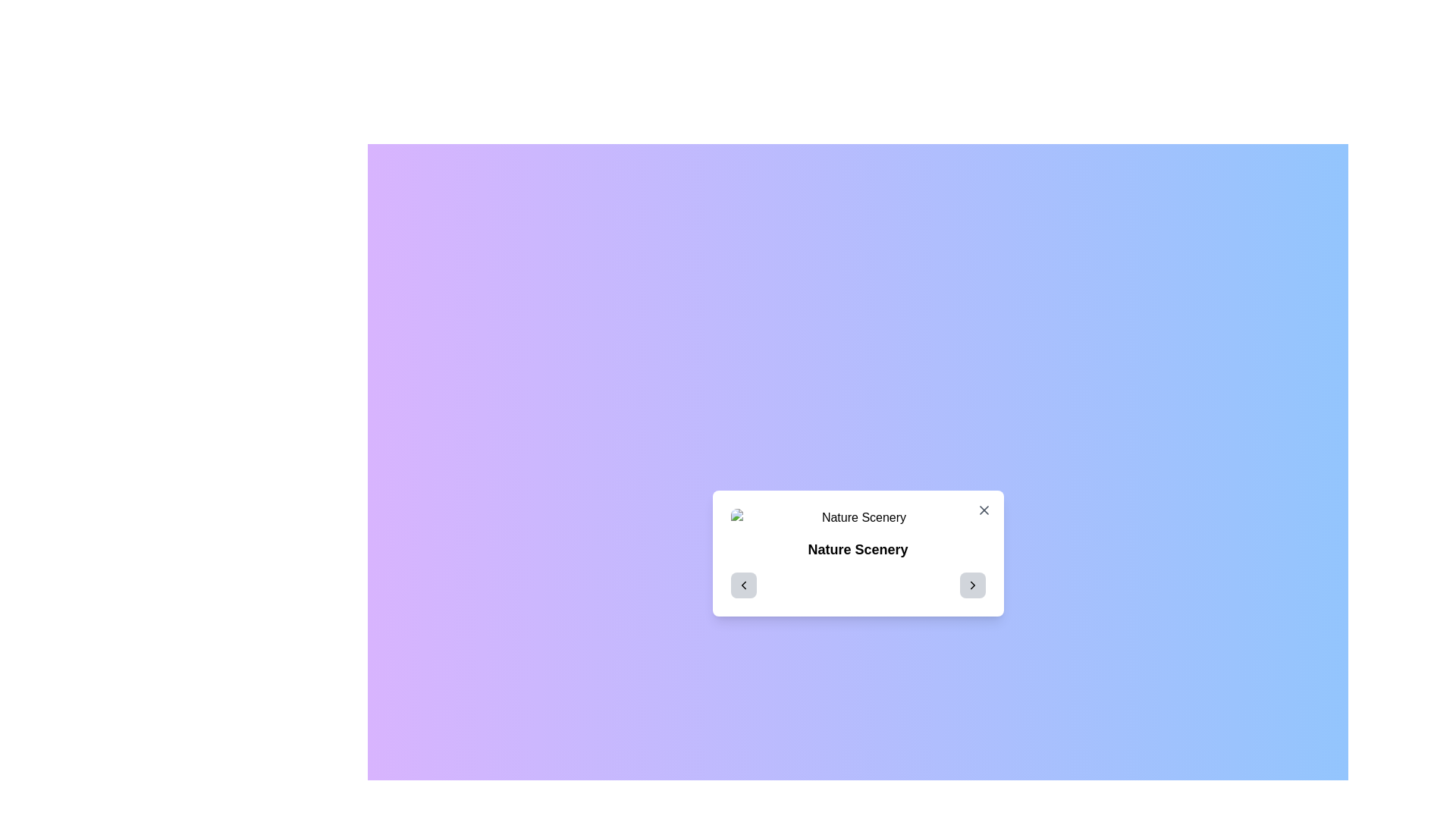 Image resolution: width=1456 pixels, height=819 pixels. What do you see at coordinates (743, 584) in the screenshot?
I see `the left-pointing chevron icon, which is enclosed in a rounded rectangular button with a light gray background` at bounding box center [743, 584].